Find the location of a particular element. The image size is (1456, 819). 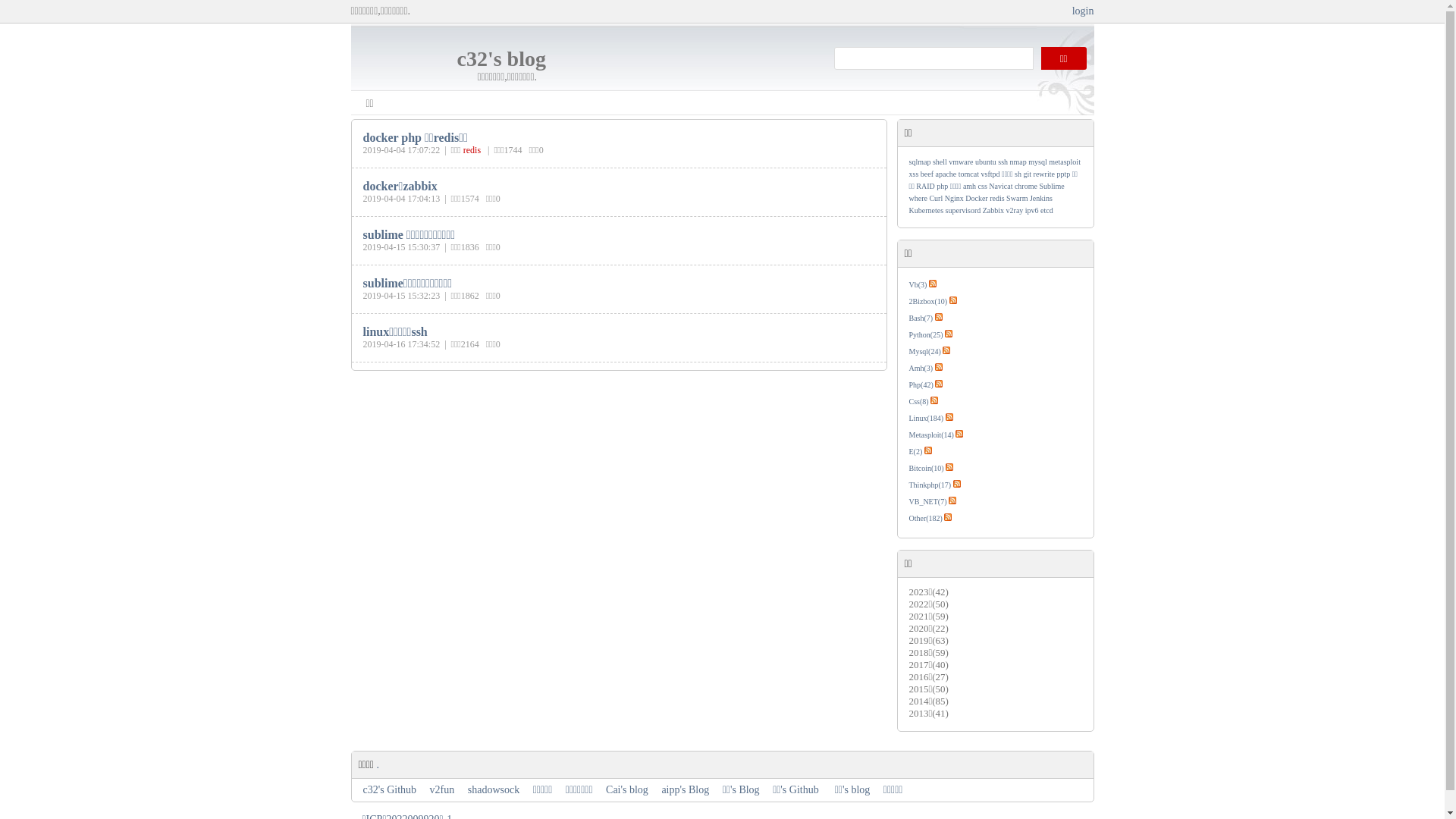

'aipp's Blog' is located at coordinates (684, 789).